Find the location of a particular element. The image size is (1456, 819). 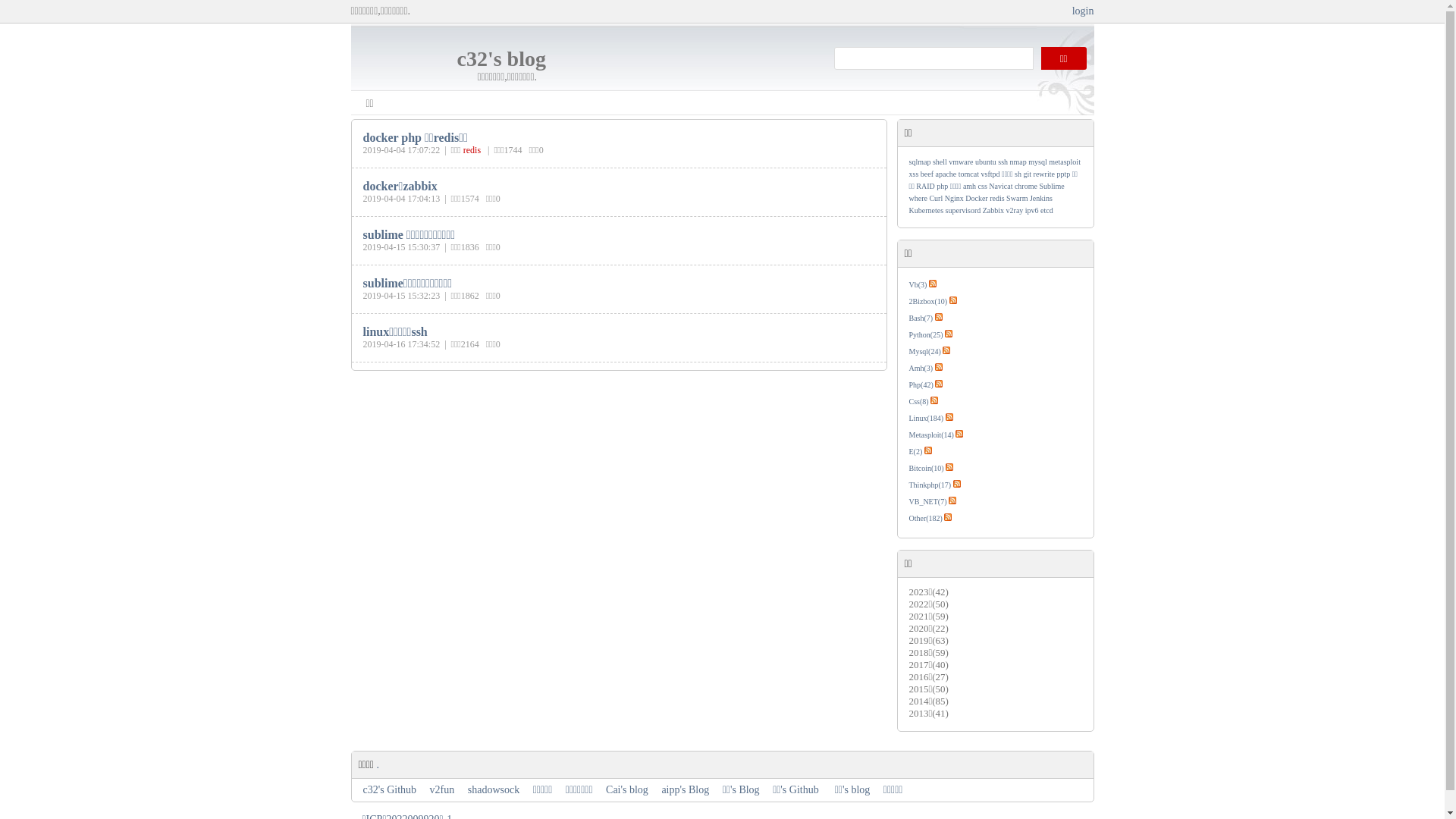

'aipp's Blog' is located at coordinates (684, 789).